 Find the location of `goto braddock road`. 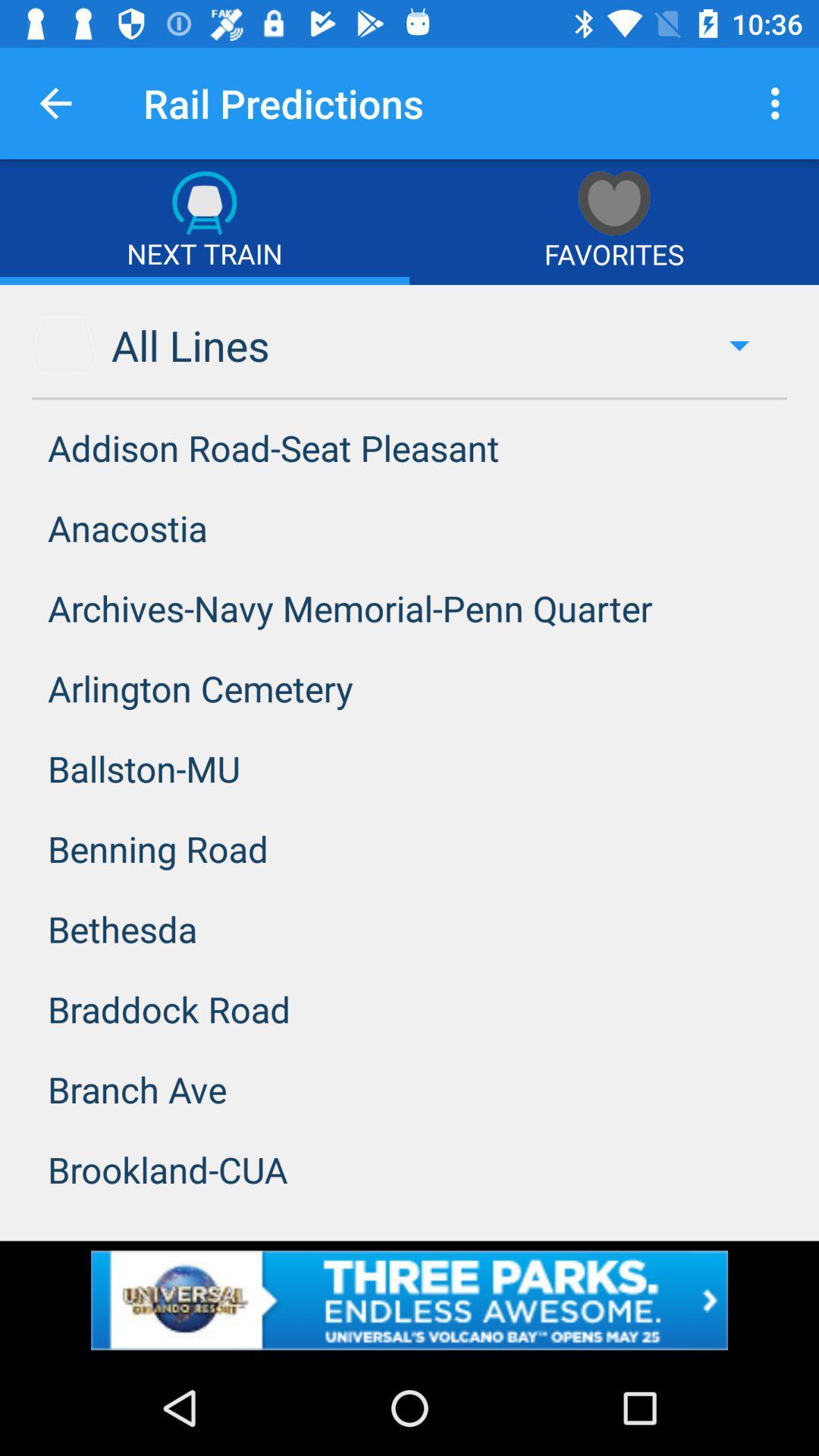

goto braddock road is located at coordinates (409, 1009).